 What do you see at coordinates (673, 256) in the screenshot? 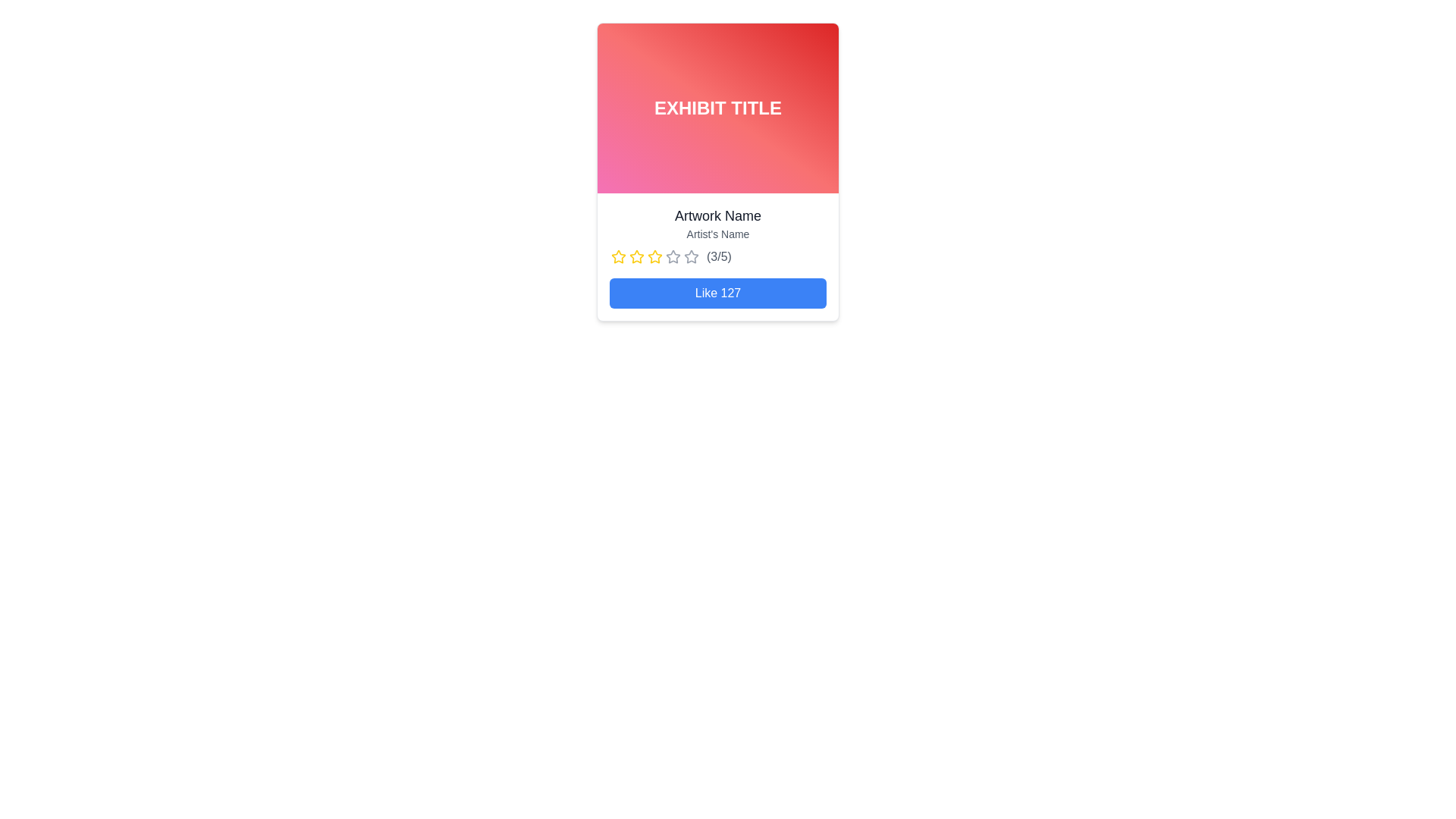
I see `the gray star-shaped icon, which is the sixth star in the rating system, located to the right of five yellow stars and to the left of another gray star` at bounding box center [673, 256].